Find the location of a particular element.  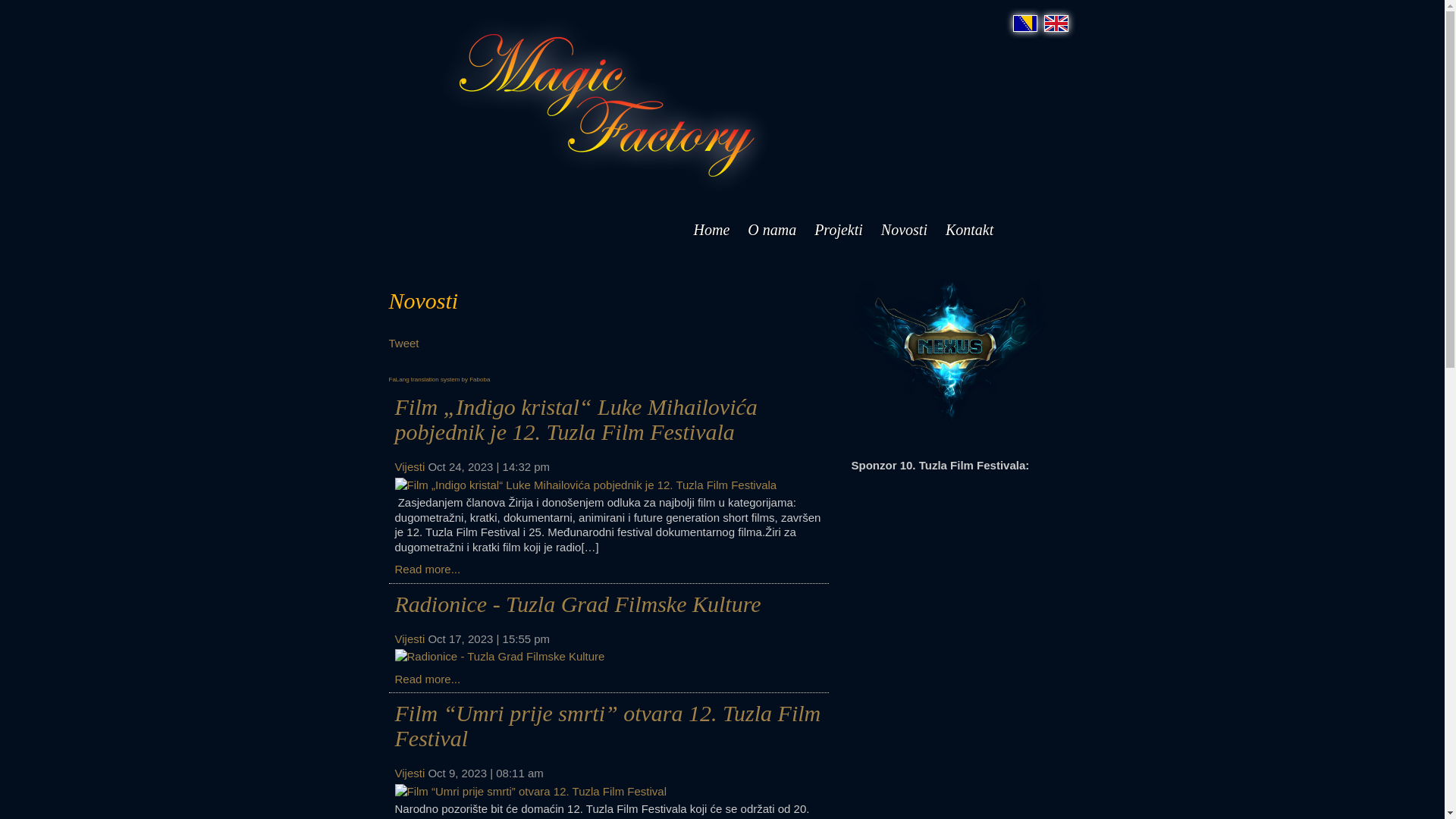

'Novosti' is located at coordinates (904, 230).